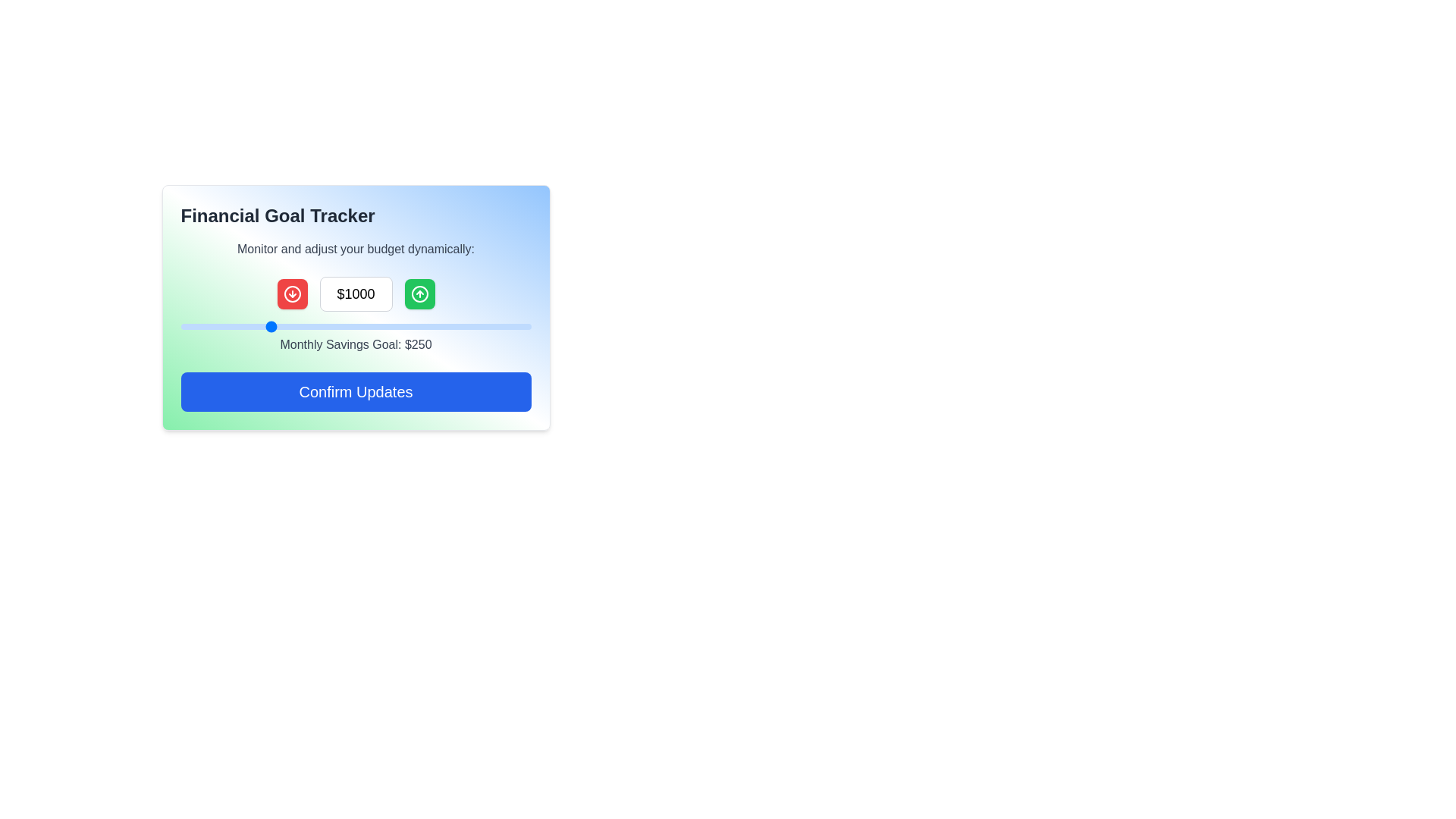 The width and height of the screenshot is (1456, 819). Describe the element at coordinates (419, 294) in the screenshot. I see `the Circular SVG element that is part of the 'circle-arrow-up' icon, located in the center of the green circular control on the right side of the three horizontally aligned components in the interface's central area` at that location.